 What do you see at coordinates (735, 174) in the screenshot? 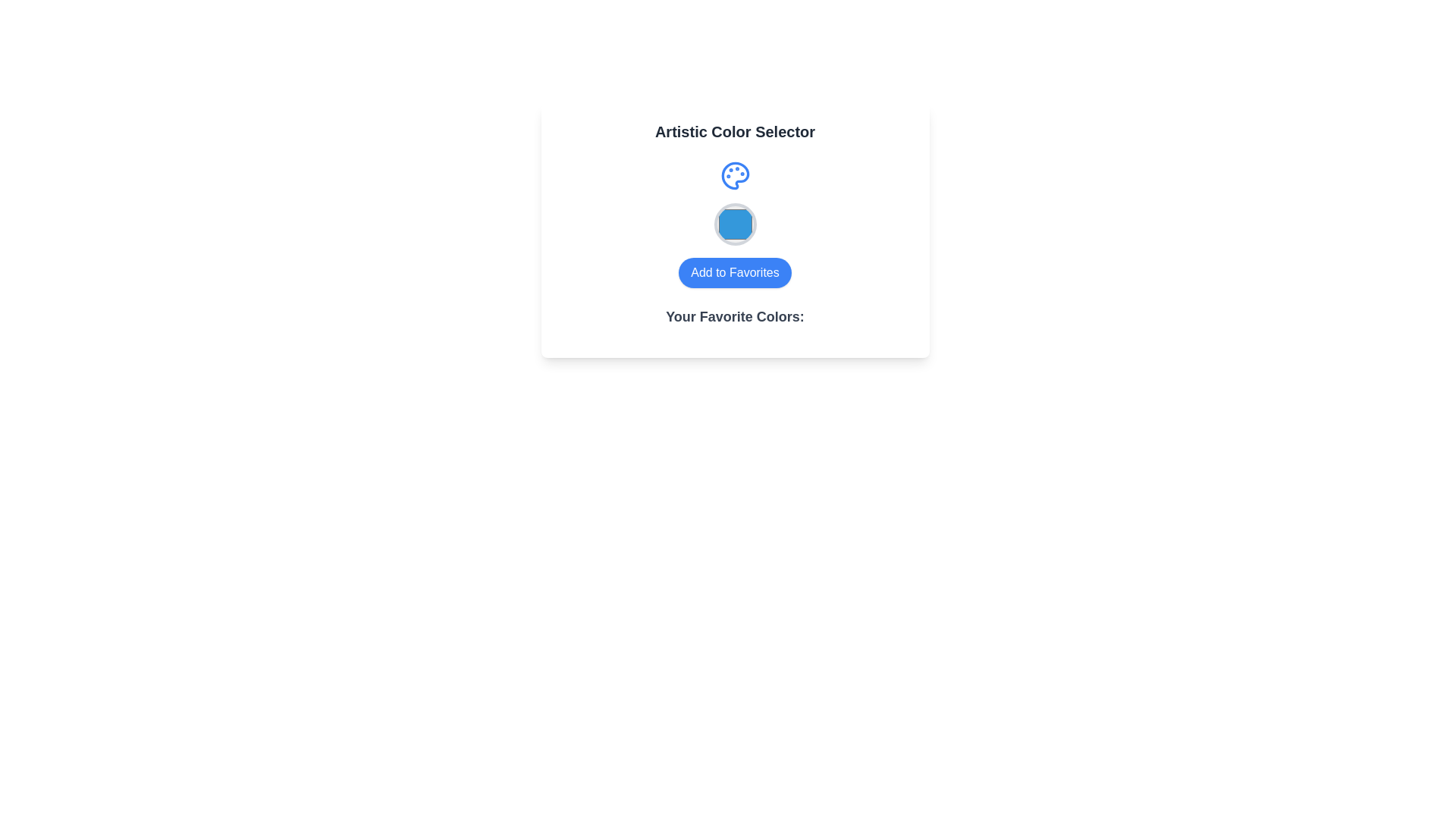
I see `the artistic palette icon, which is a circular blue icon with paint dabs on the top, located above the color selection tool and 'Add to Favorites' button` at bounding box center [735, 174].